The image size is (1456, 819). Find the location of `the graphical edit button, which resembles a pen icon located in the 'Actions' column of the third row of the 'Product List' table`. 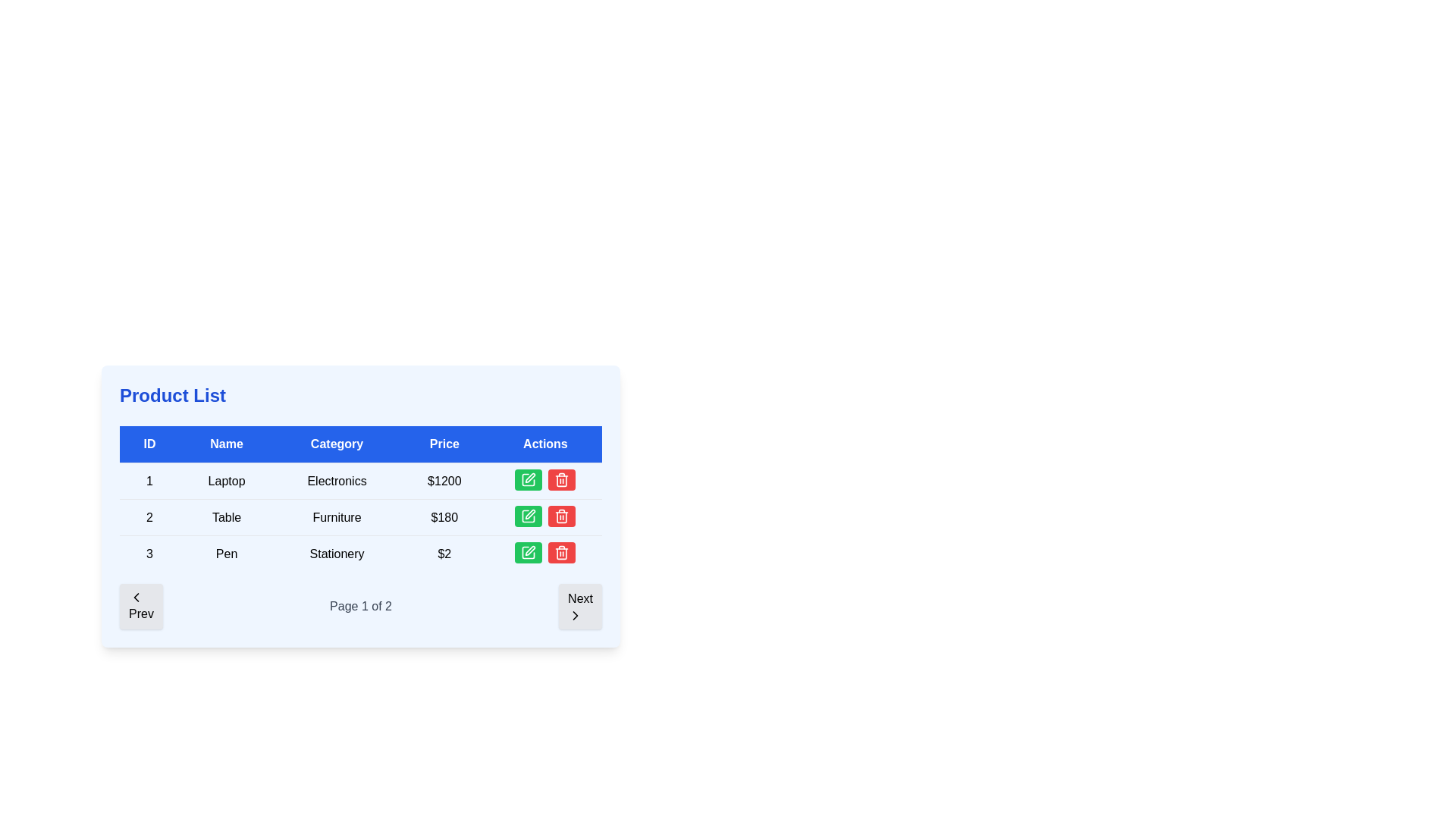

the graphical edit button, which resembles a pen icon located in the 'Actions' column of the third row of the 'Product List' table is located at coordinates (529, 553).